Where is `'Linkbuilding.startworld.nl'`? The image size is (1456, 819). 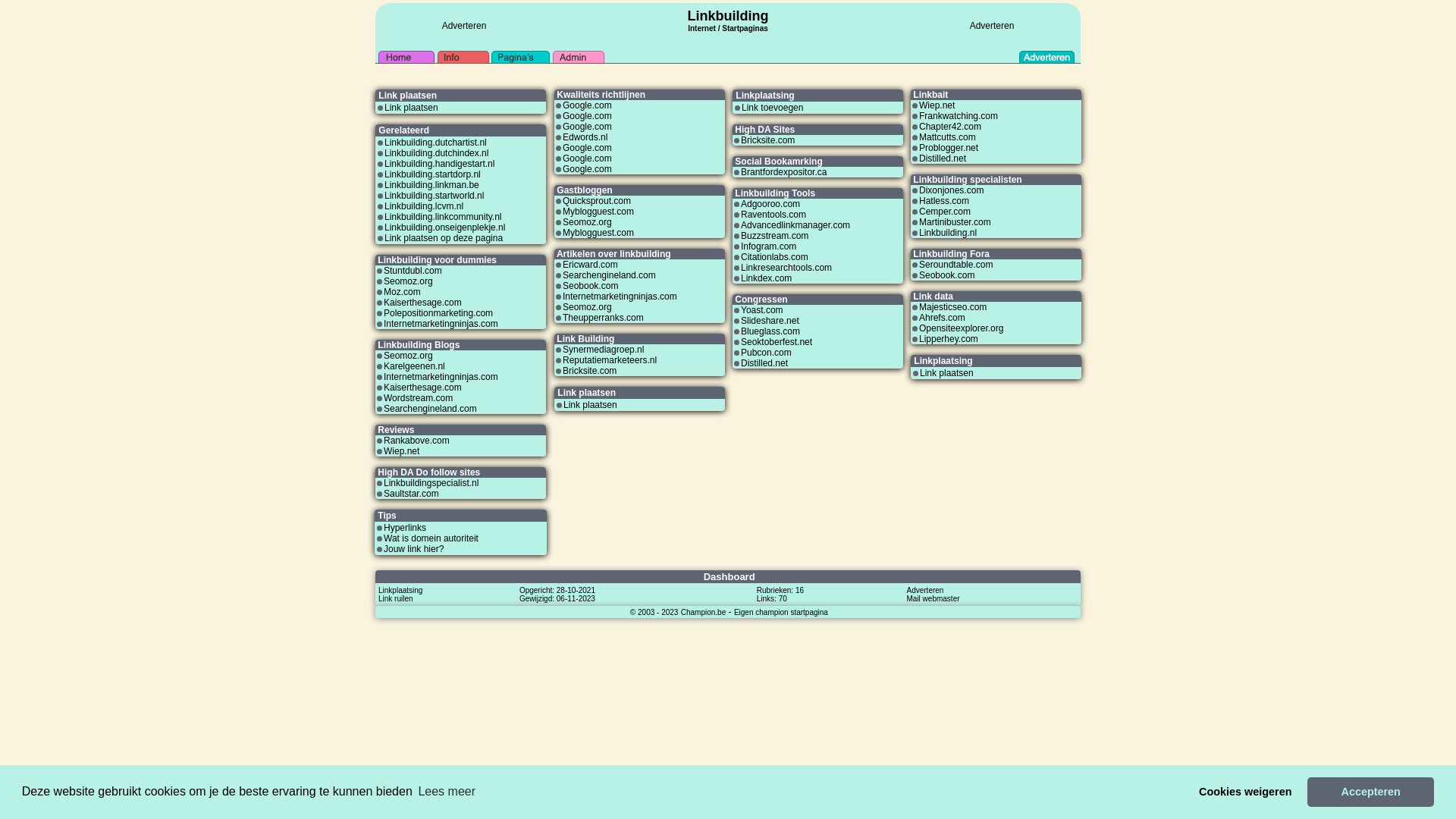 'Linkbuilding.startworld.nl' is located at coordinates (433, 195).